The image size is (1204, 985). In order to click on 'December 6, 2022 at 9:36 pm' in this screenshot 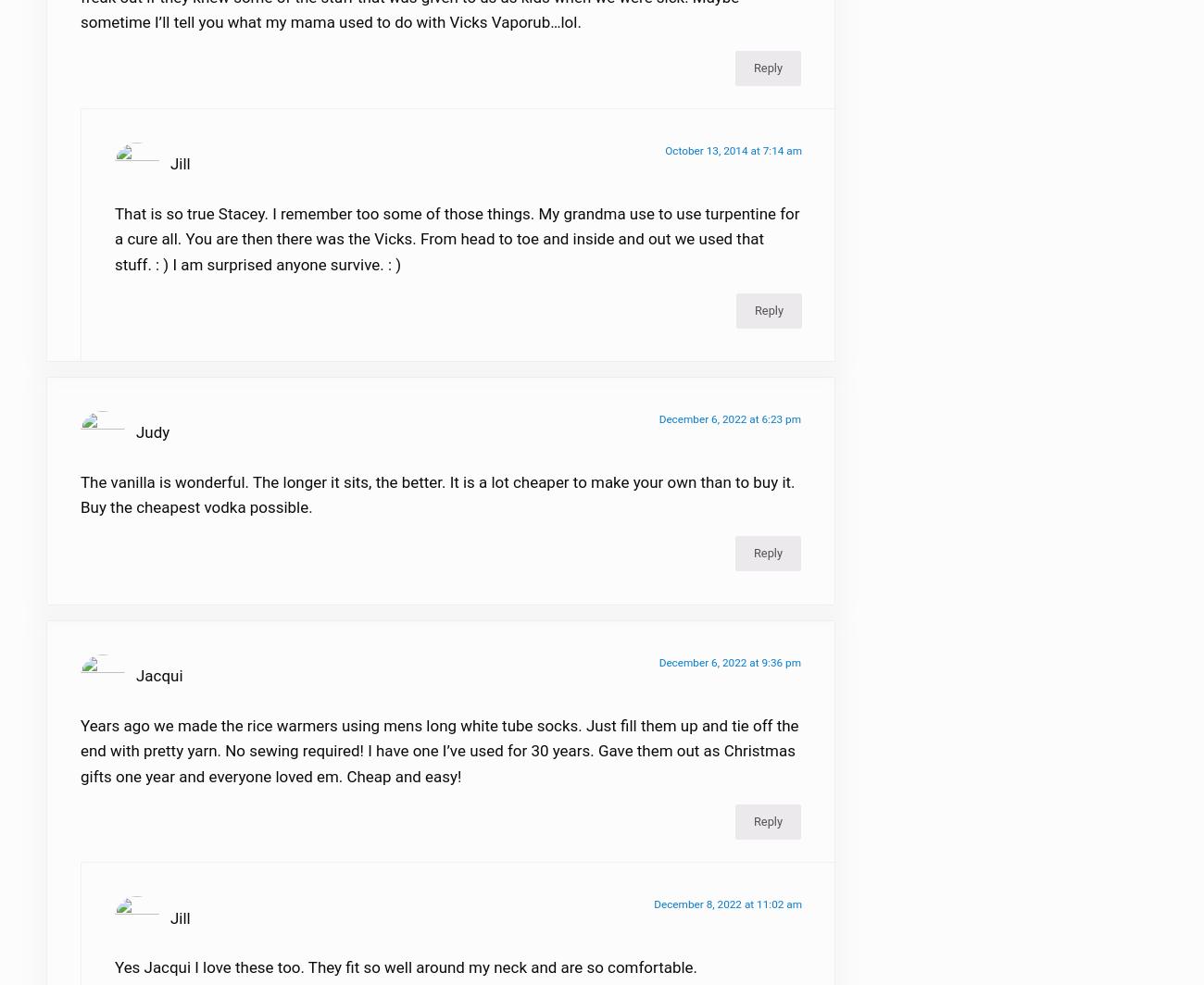, I will do `click(729, 673)`.